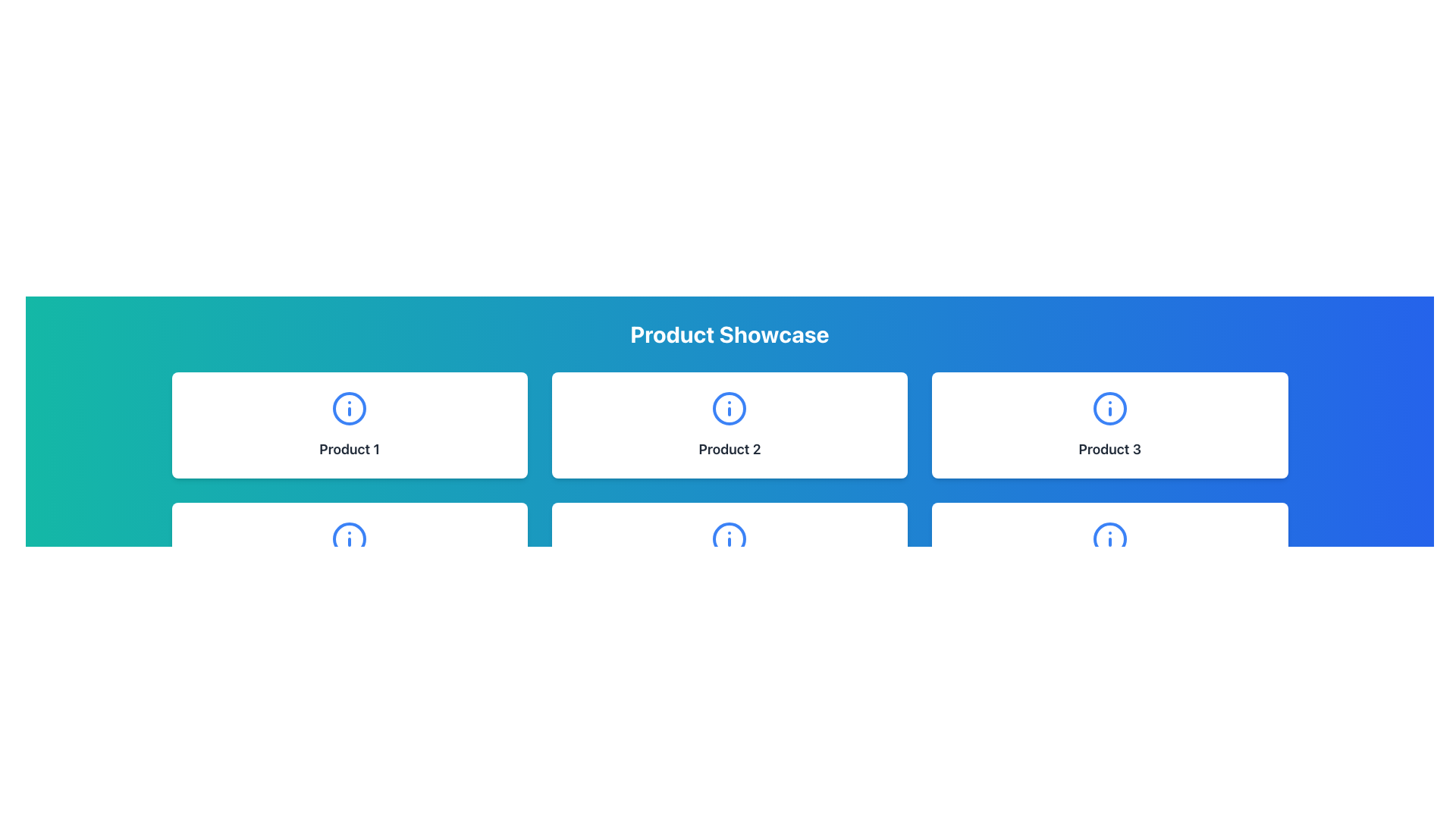 The image size is (1456, 819). Describe the element at coordinates (1109, 538) in the screenshot. I see `the vibrant blue information icon with an 'i' inside, located at the center top of the 'Product 6' card` at that location.